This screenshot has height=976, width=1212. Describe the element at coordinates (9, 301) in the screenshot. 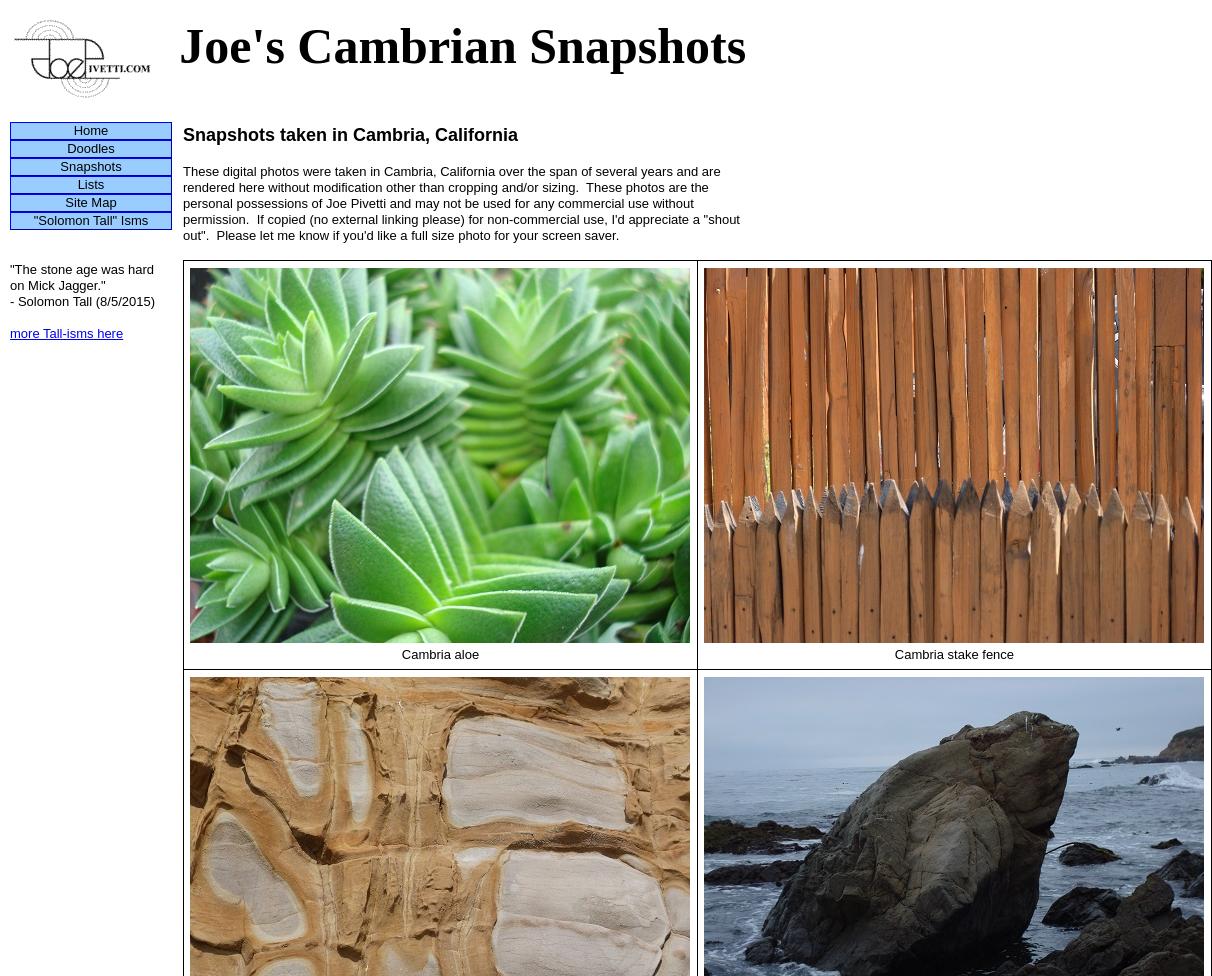

I see `'- Solomon Tall (8/5/2015)'` at that location.